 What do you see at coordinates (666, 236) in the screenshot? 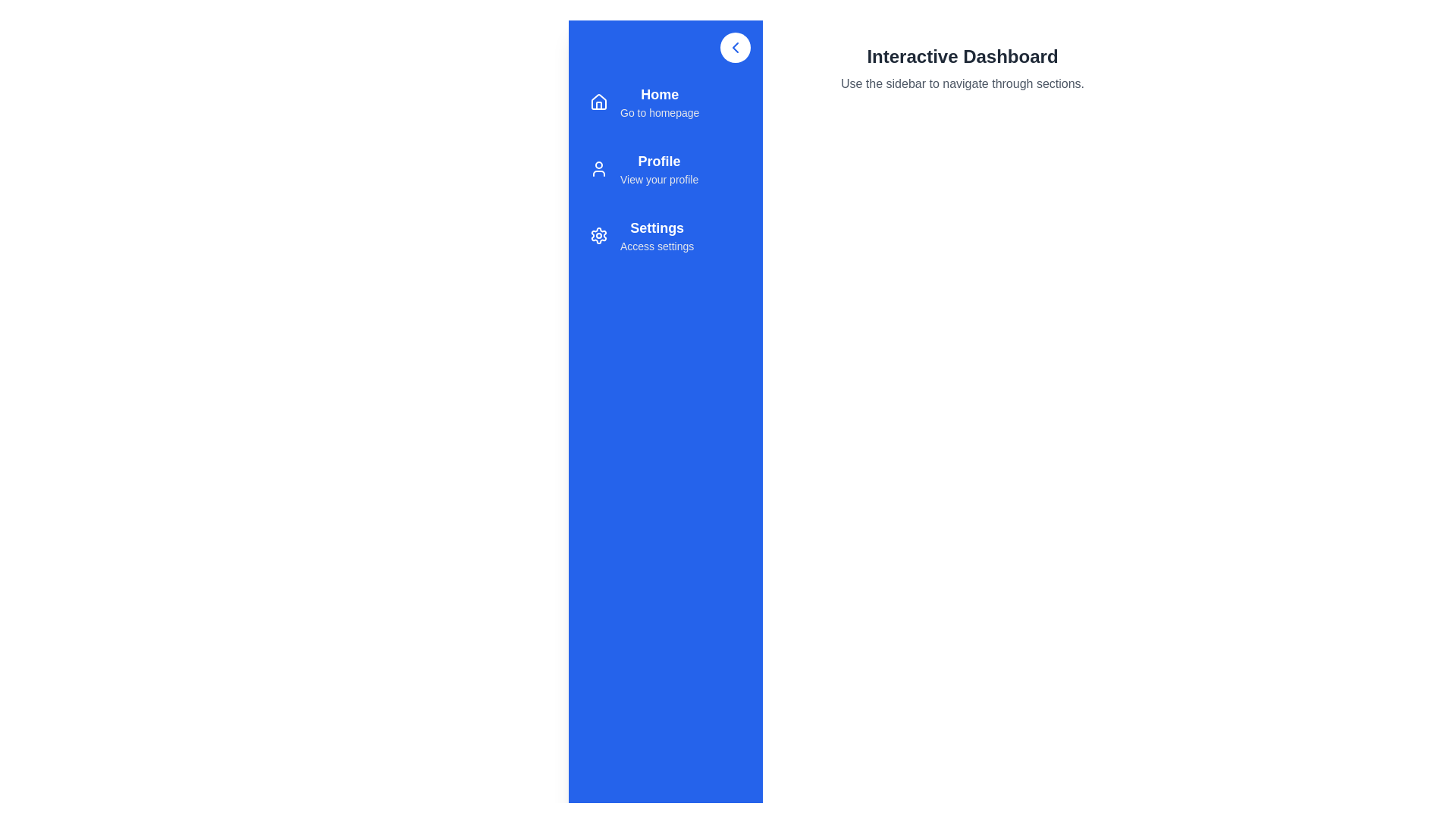
I see `the menu item Settings to reveal its visual effect` at bounding box center [666, 236].